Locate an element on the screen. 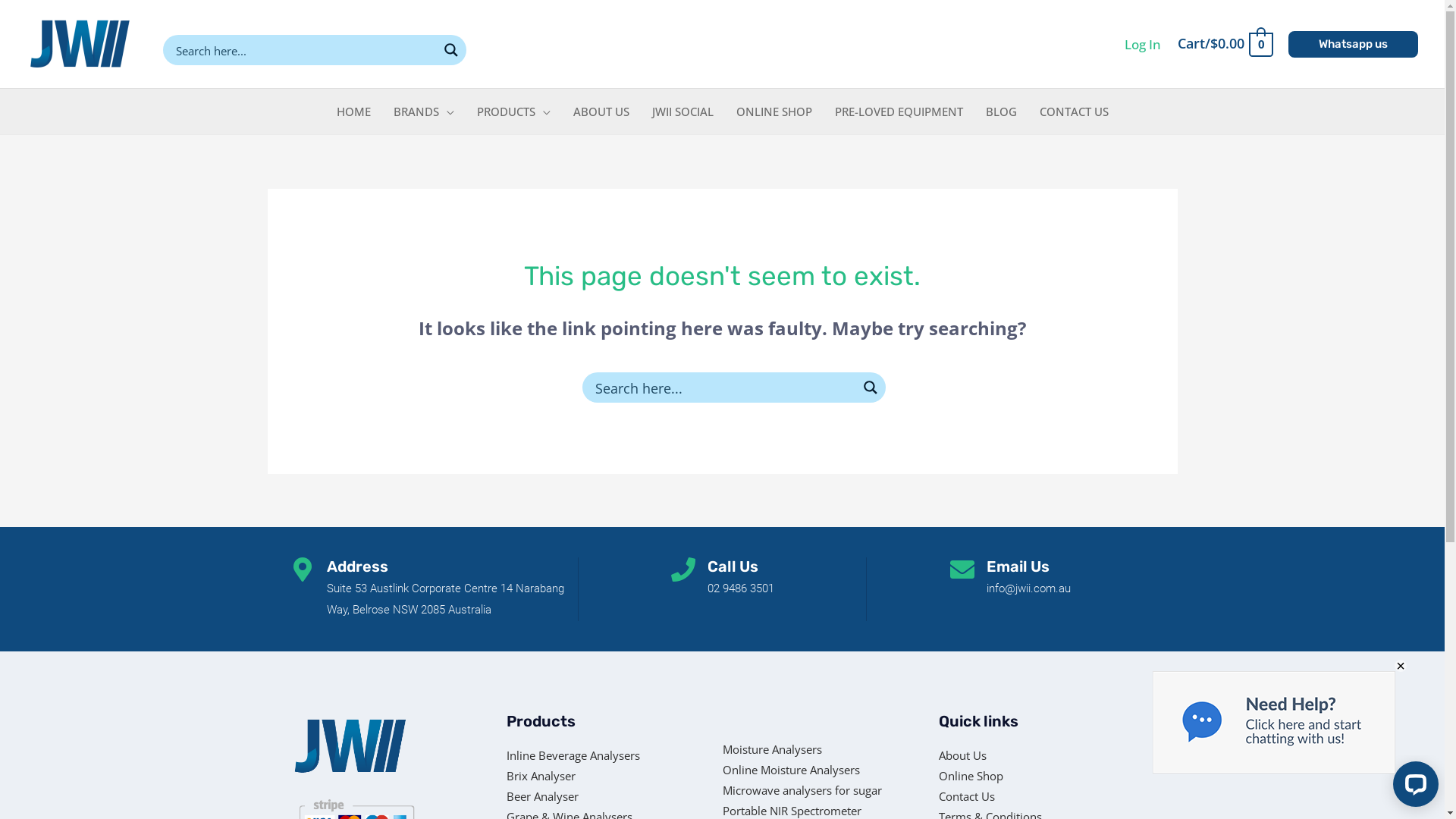 The width and height of the screenshot is (1456, 819). 'Email Us' is located at coordinates (986, 566).